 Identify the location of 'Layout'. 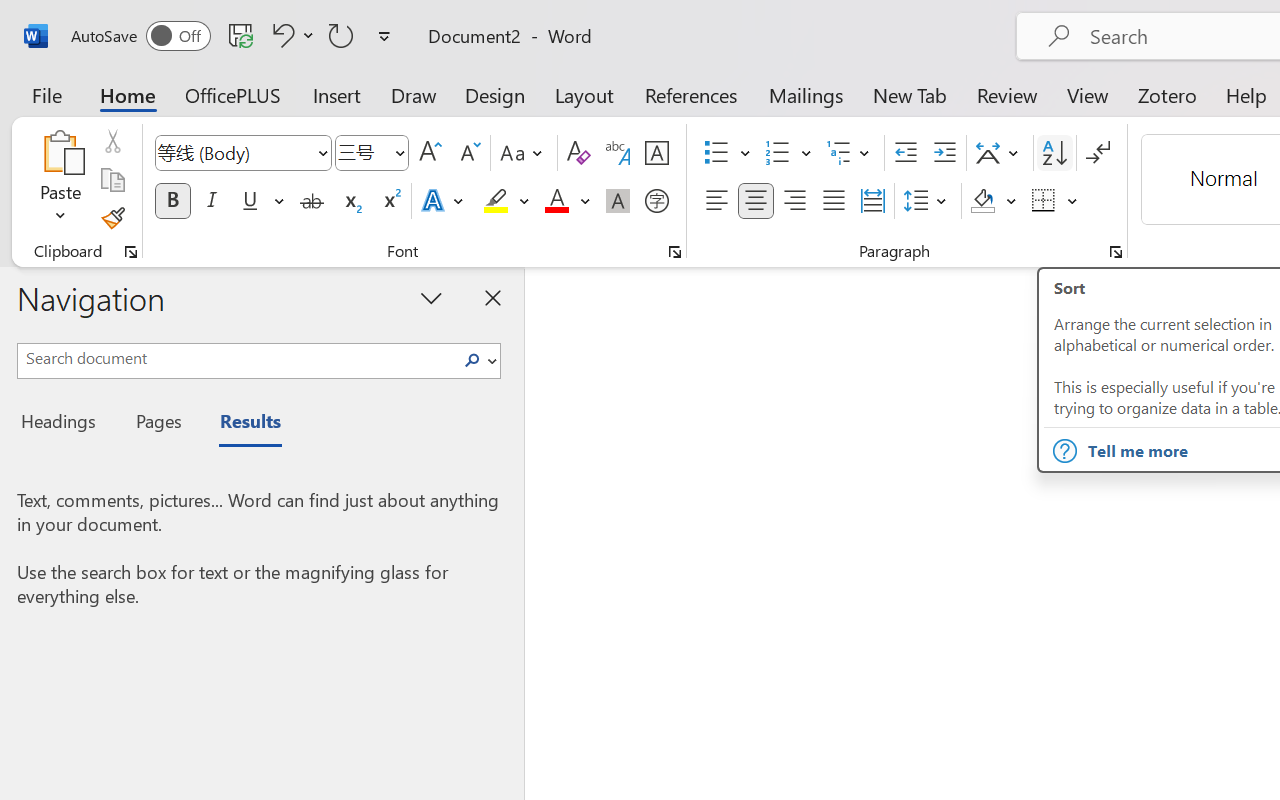
(583, 94).